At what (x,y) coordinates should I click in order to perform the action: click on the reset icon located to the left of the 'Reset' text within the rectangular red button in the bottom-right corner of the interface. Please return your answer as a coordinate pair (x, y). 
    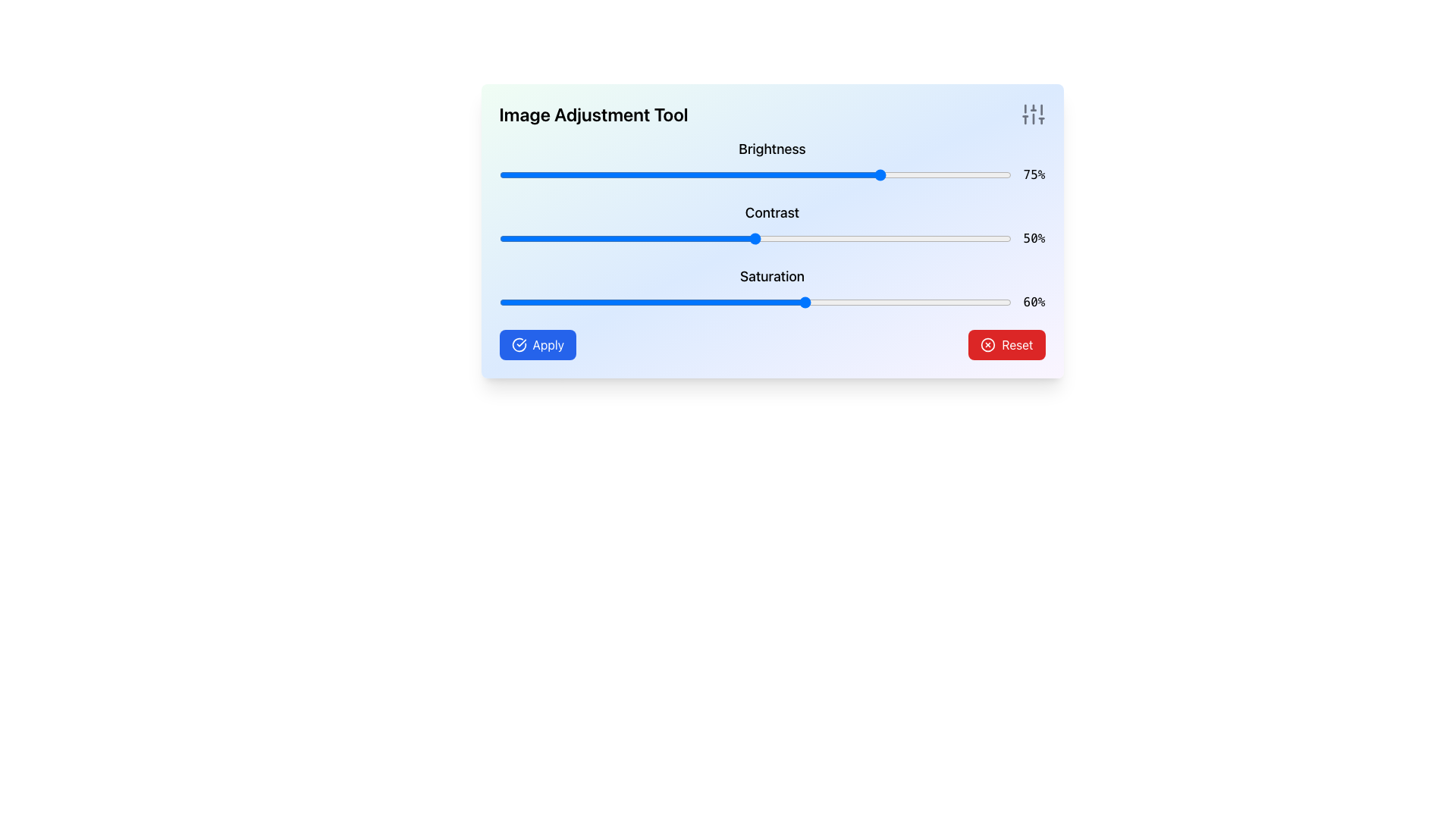
    Looking at the image, I should click on (988, 345).